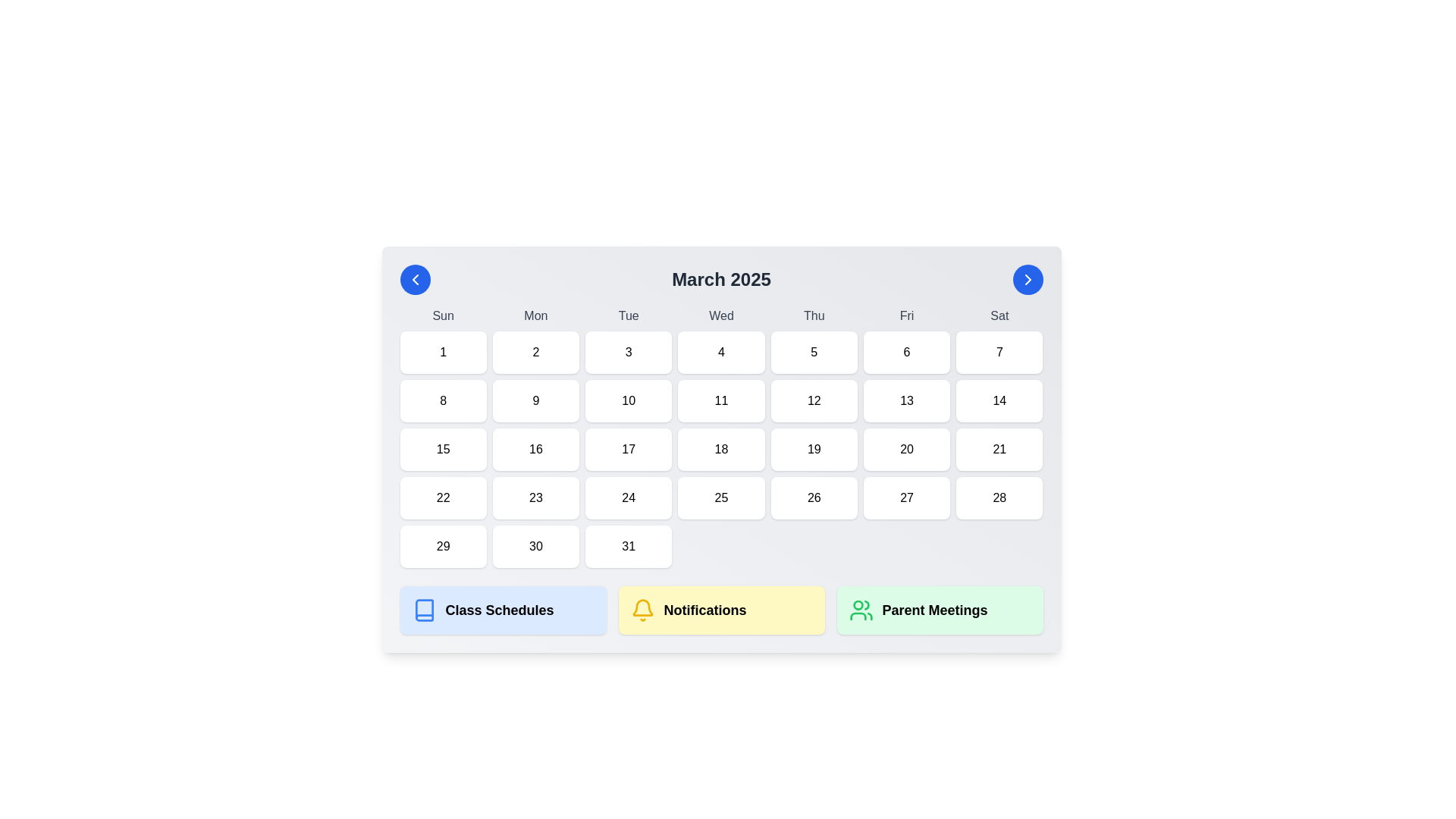 The width and height of the screenshot is (1456, 819). Describe the element at coordinates (720, 280) in the screenshot. I see `the date indicator text display element that shows the current month and year at the top center of the calendar interface` at that location.